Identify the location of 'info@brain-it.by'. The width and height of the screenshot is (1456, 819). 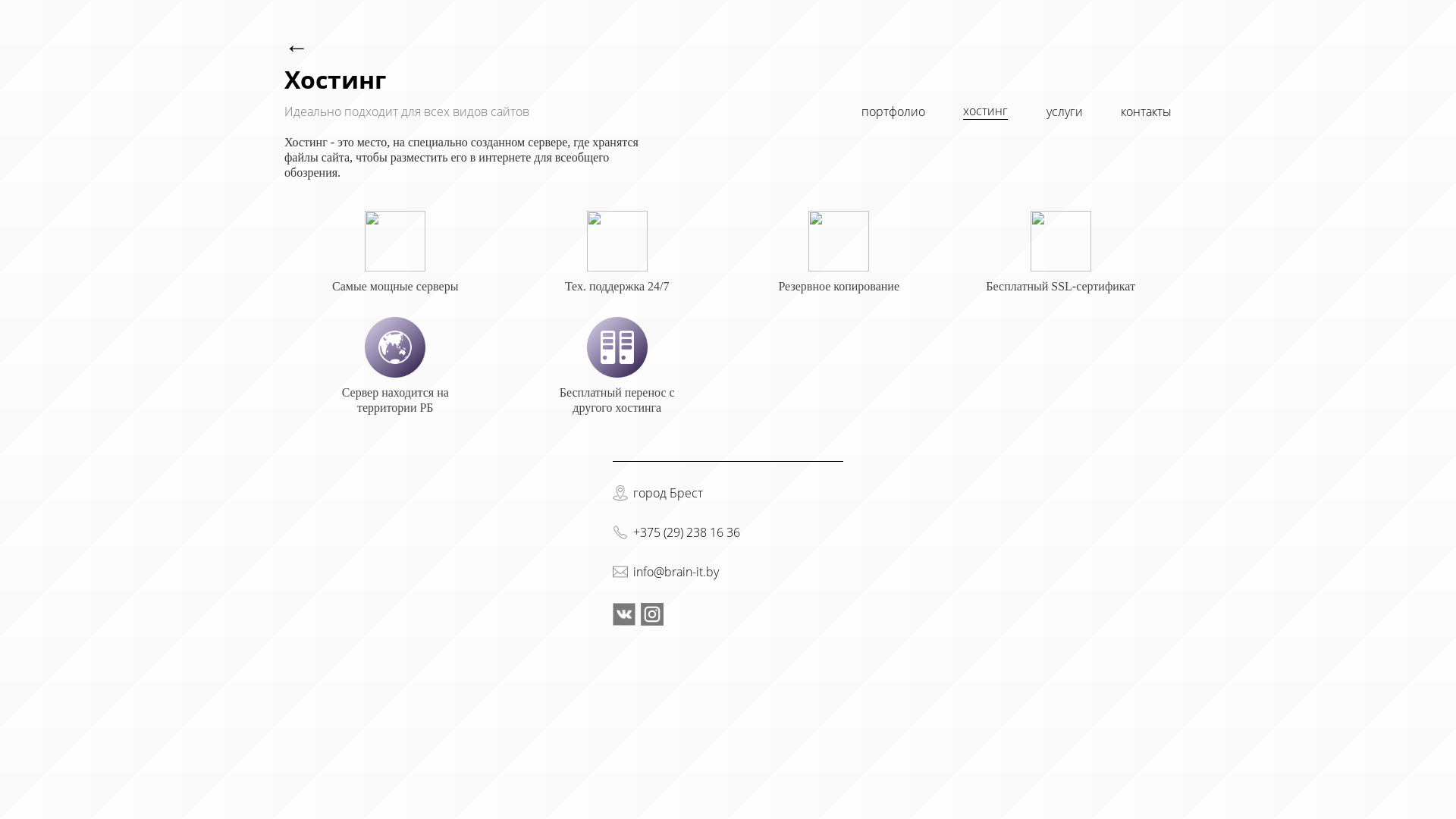
(675, 571).